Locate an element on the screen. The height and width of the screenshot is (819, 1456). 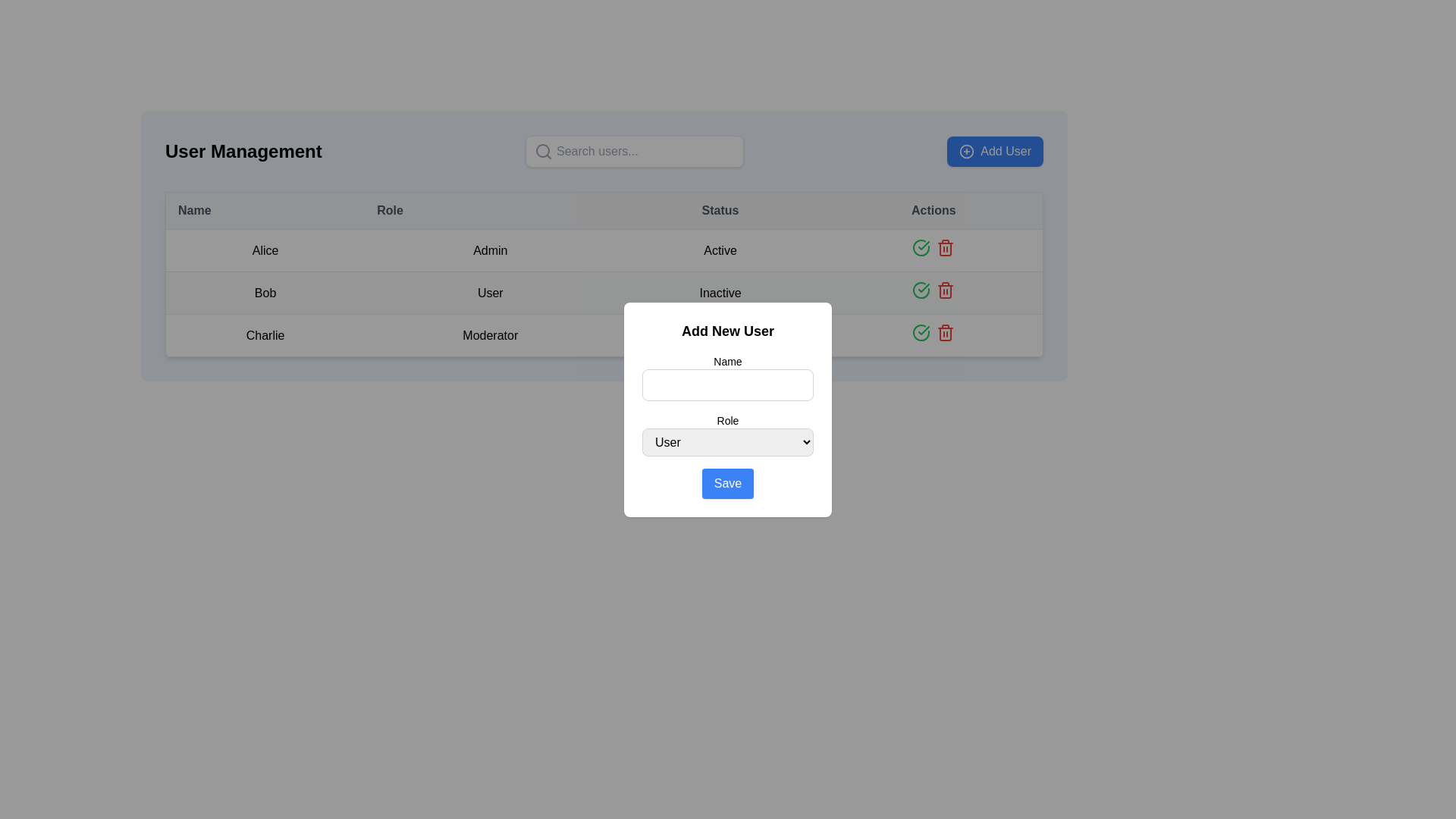
the 'Inactive' text label that displays the status of the user 'Bob' in the third column of the second row of the table is located at coordinates (720, 293).